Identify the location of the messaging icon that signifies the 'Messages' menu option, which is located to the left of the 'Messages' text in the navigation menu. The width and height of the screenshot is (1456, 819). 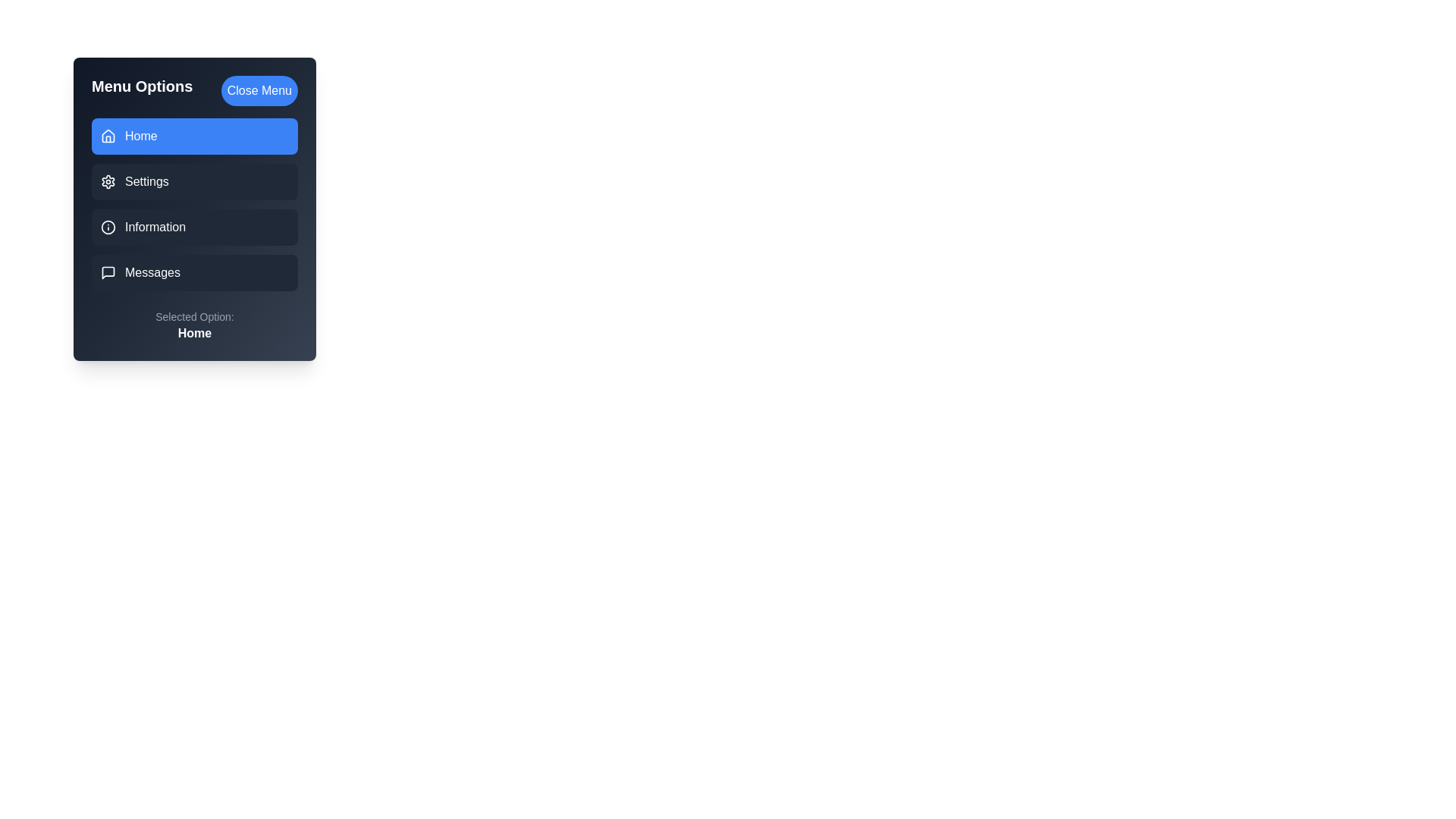
(108, 271).